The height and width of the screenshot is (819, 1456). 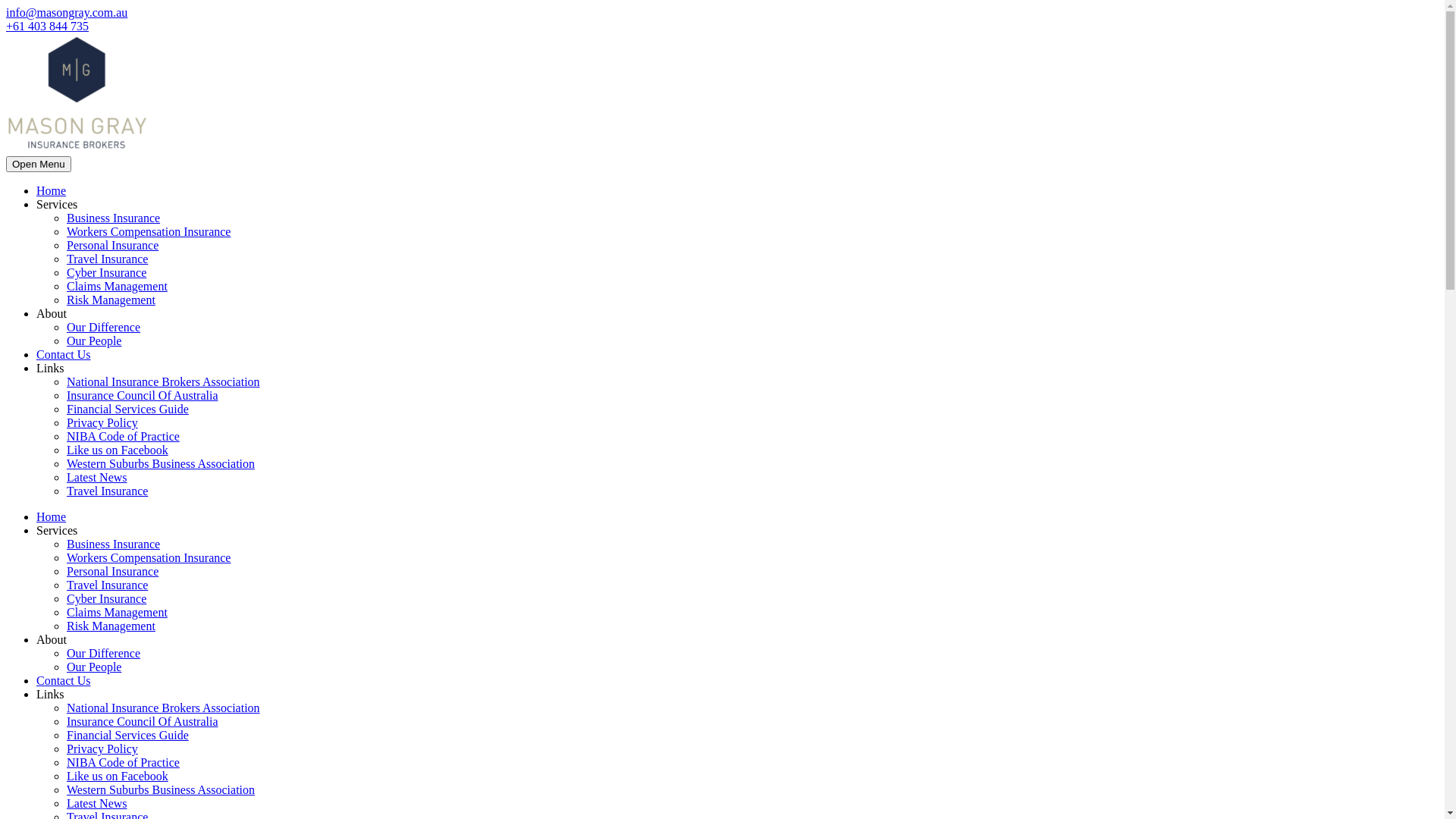 I want to click on 'Home', so click(x=51, y=516).